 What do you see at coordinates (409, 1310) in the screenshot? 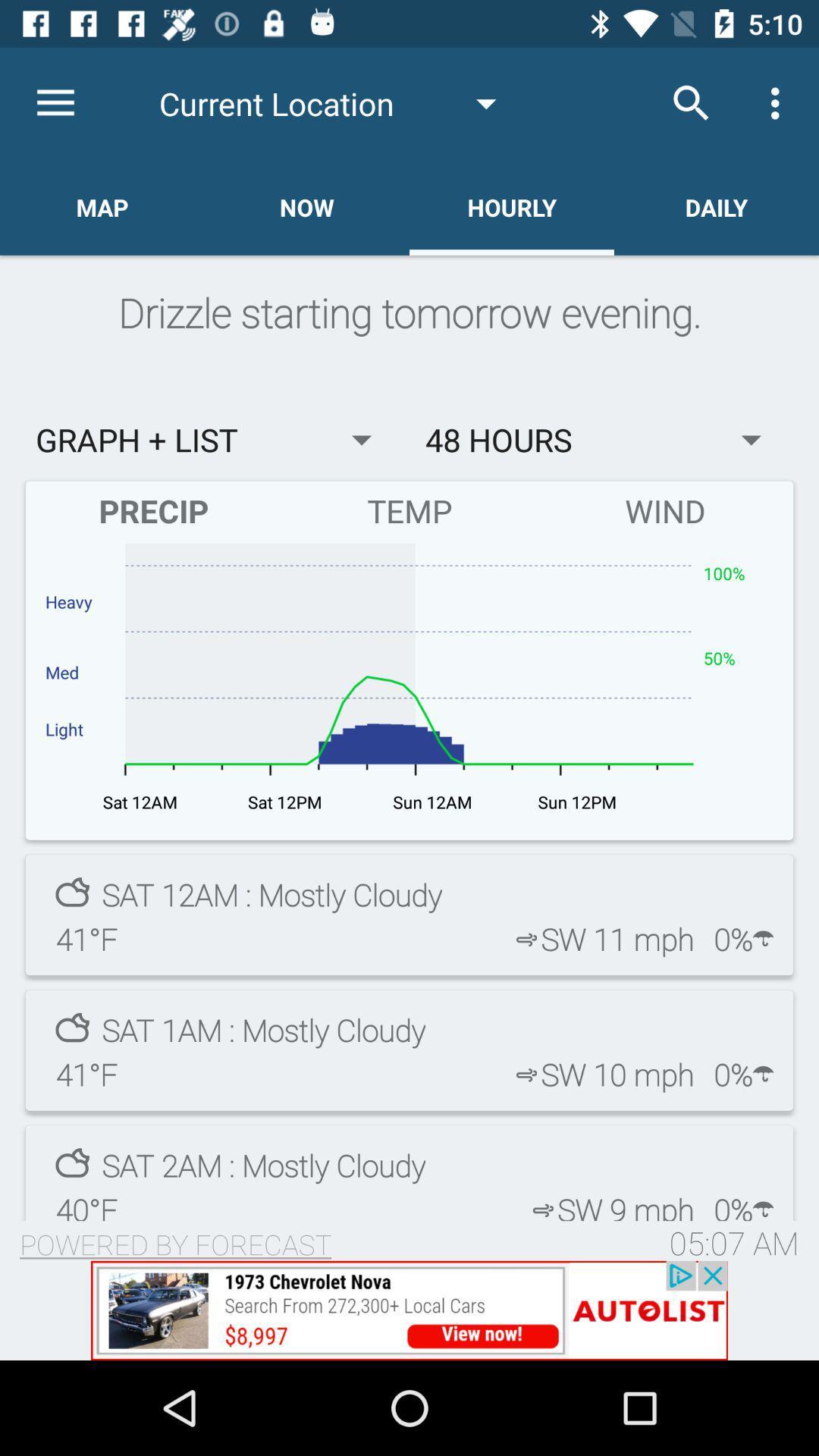
I see `1973 chevy nova for 8,997.00` at bounding box center [409, 1310].